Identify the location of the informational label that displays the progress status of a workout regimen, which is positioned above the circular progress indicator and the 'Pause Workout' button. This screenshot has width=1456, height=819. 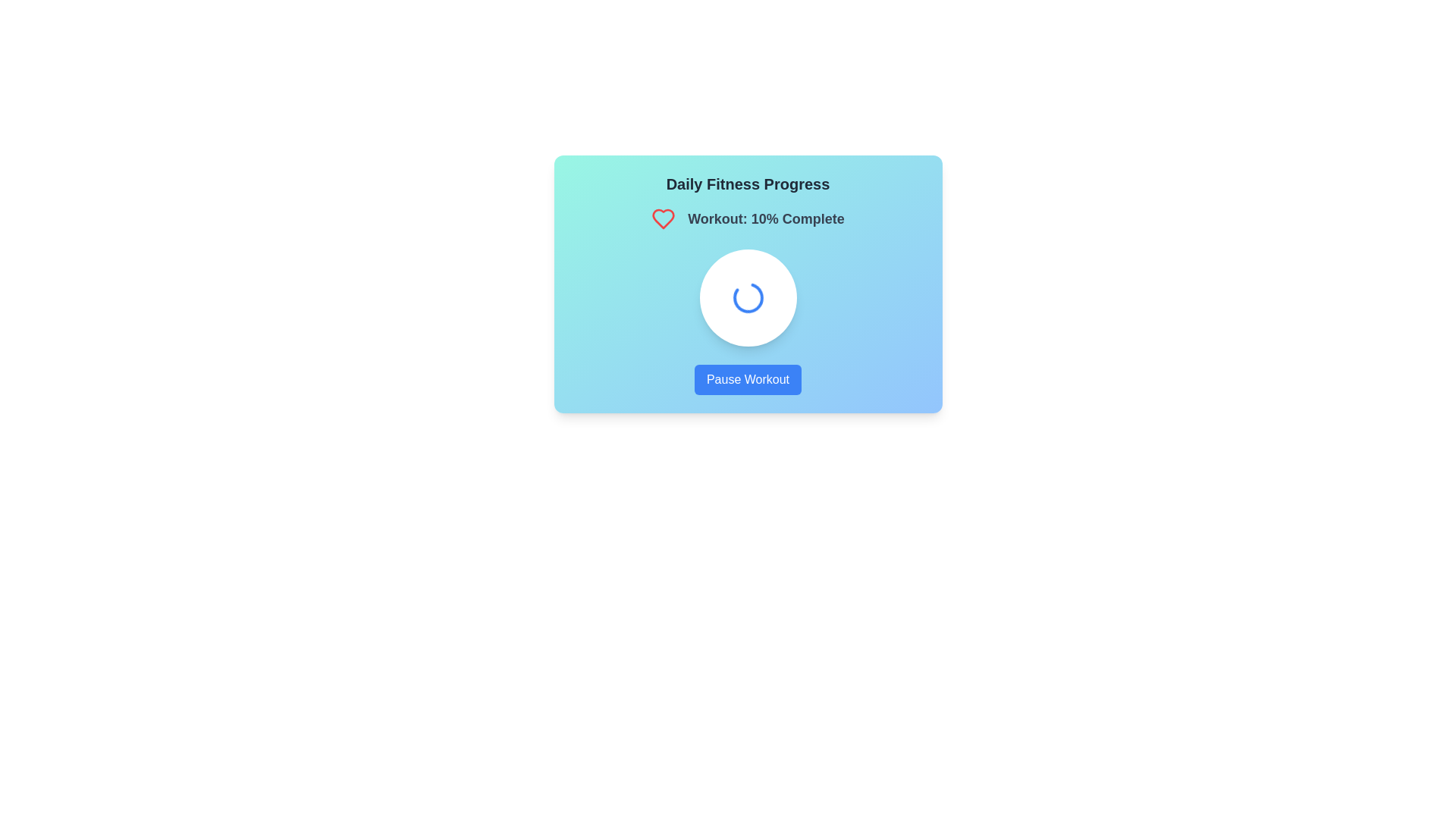
(748, 219).